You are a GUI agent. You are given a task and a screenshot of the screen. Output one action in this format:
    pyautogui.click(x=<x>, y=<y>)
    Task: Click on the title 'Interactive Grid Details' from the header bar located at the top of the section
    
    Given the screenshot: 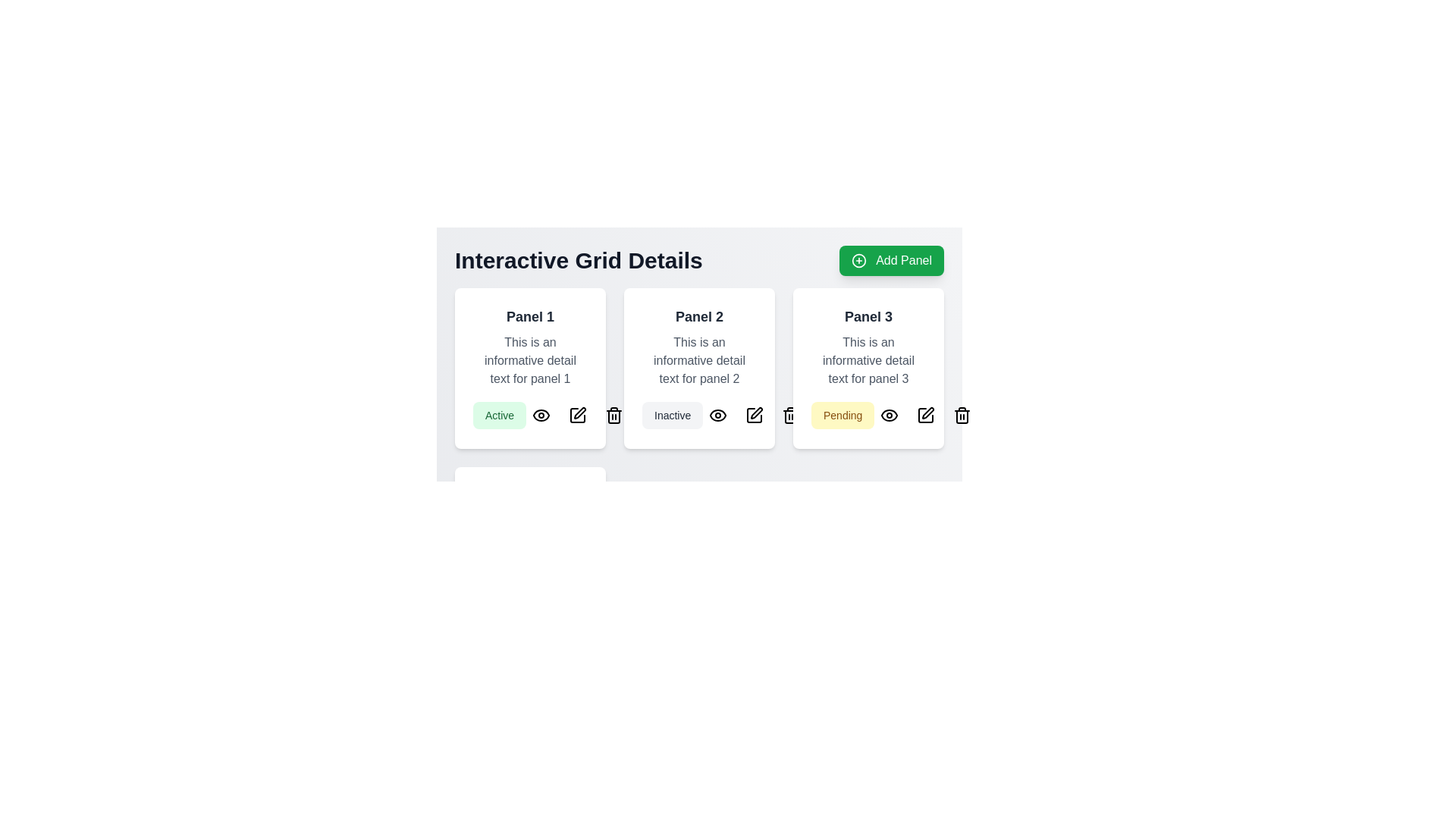 What is the action you would take?
    pyautogui.click(x=698, y=259)
    